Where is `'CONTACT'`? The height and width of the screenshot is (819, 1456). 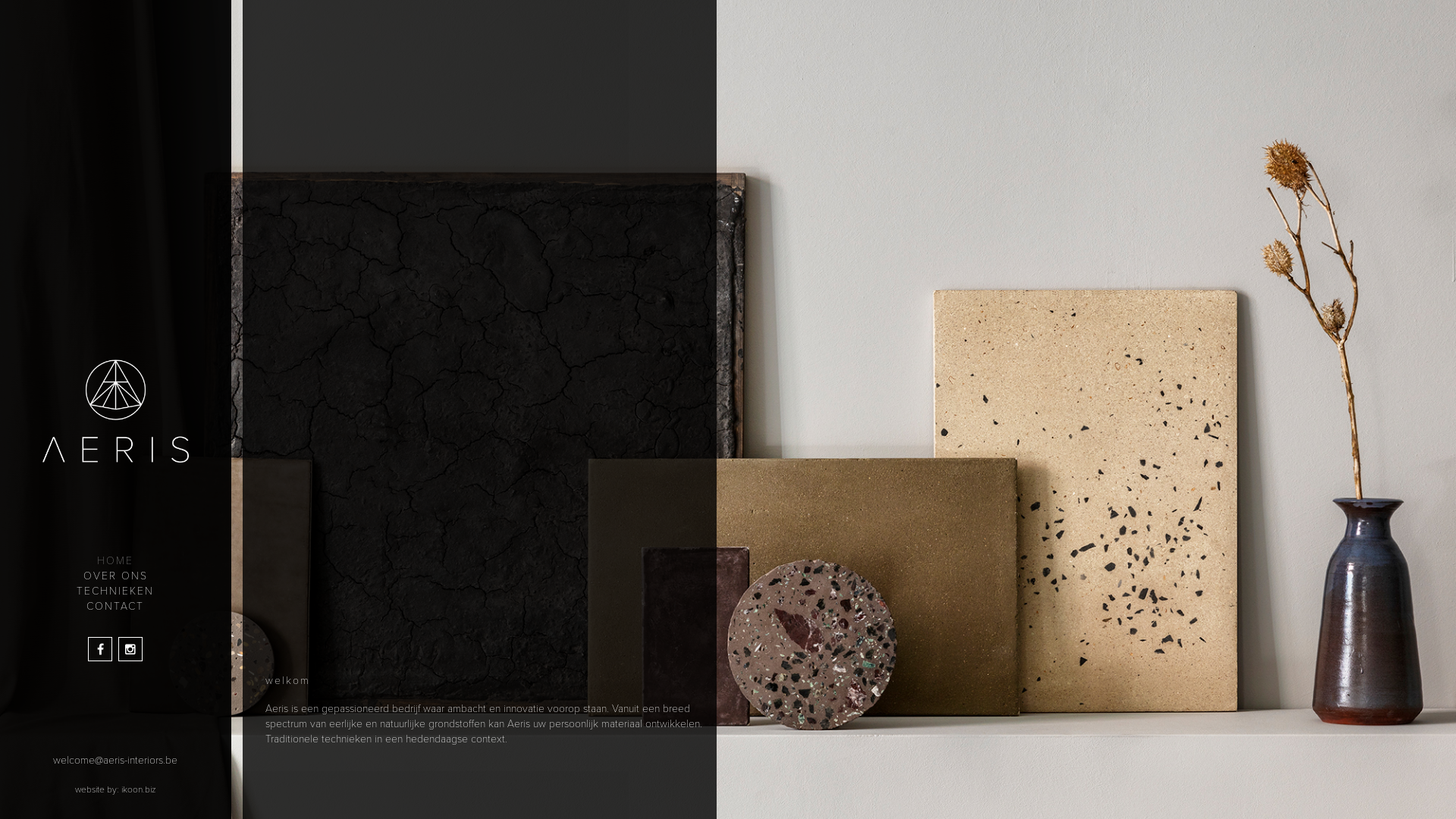
'CONTACT' is located at coordinates (115, 605).